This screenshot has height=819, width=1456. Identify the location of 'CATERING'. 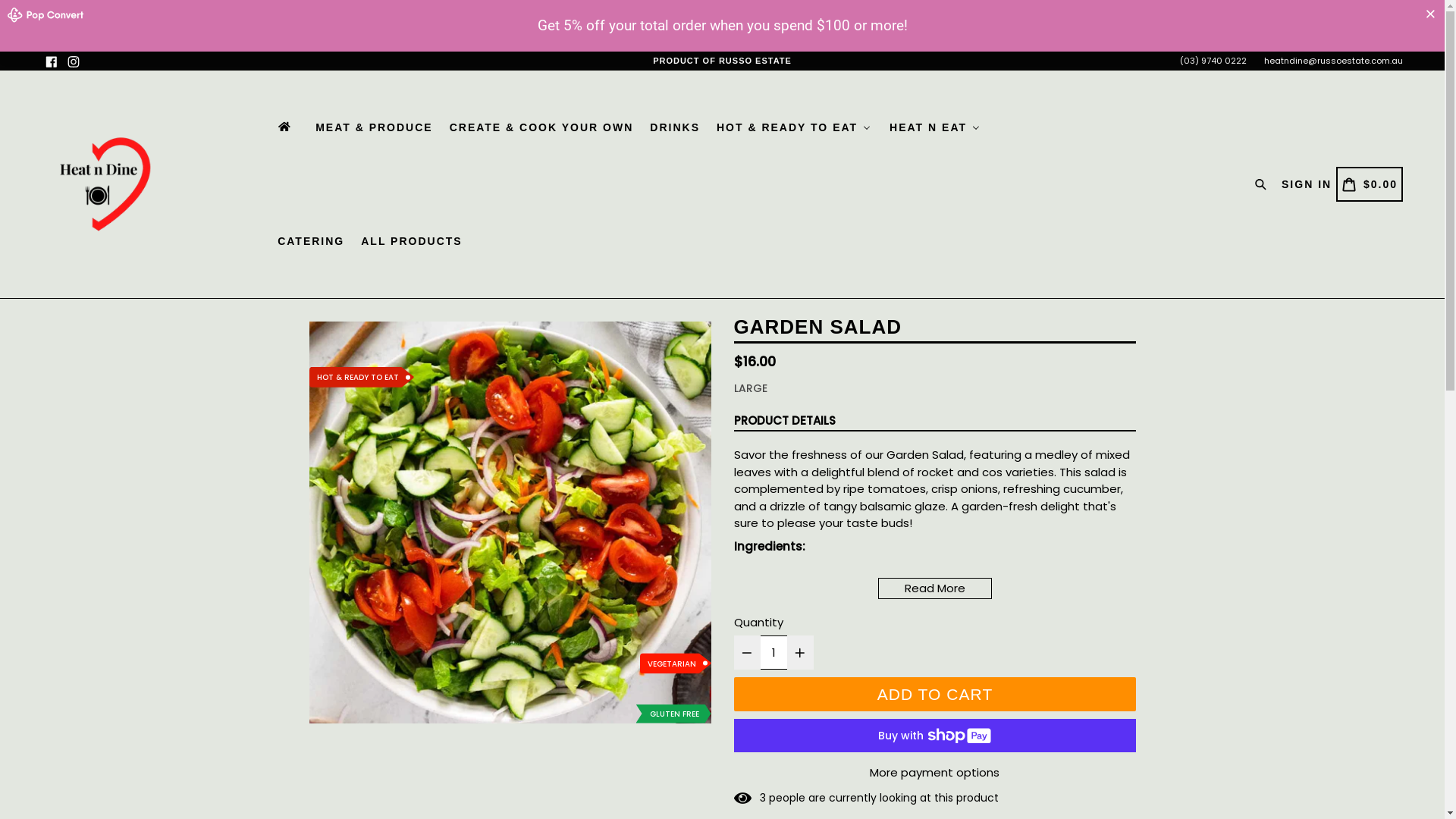
(309, 240).